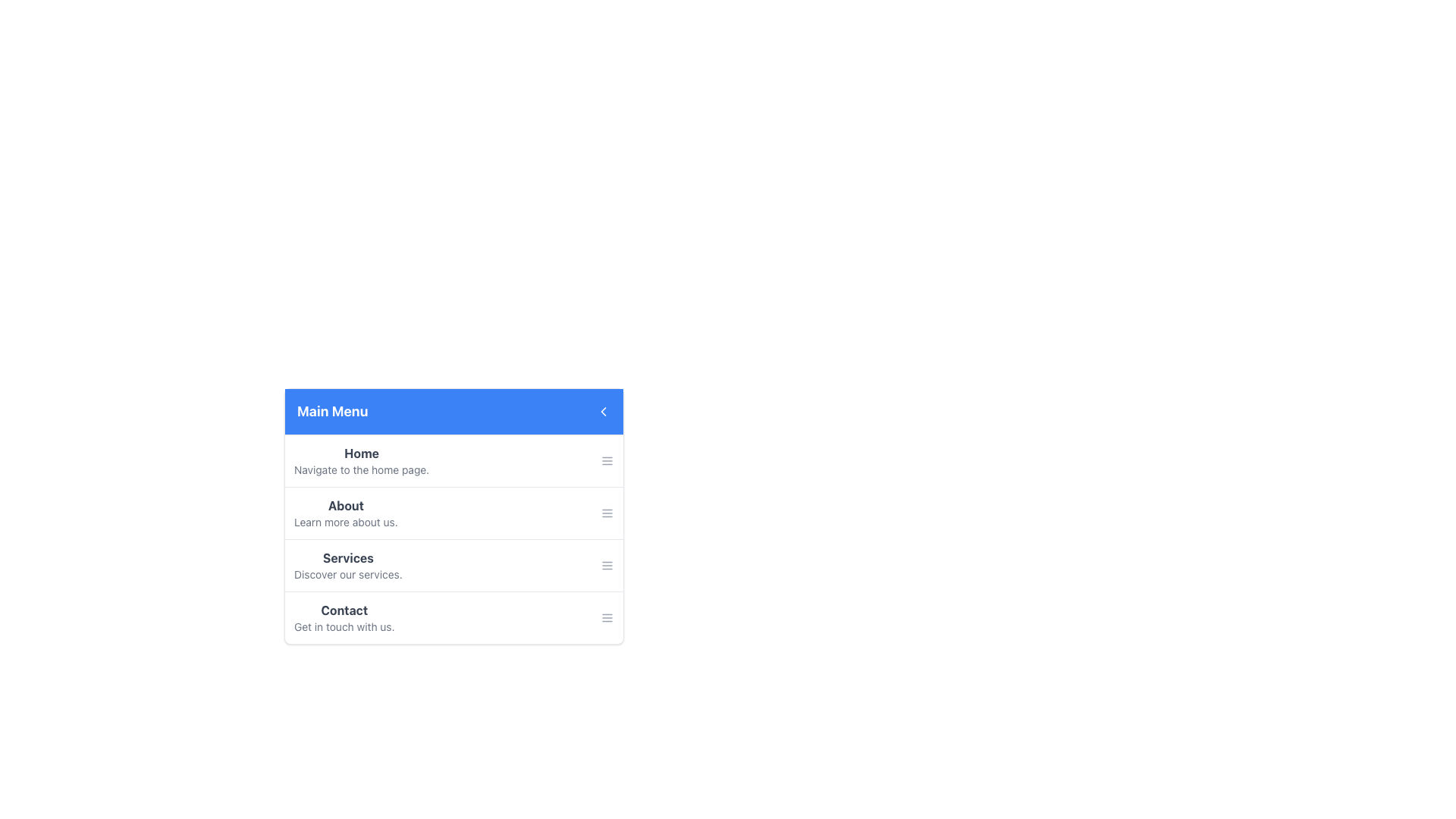 Image resolution: width=1456 pixels, height=819 pixels. What do you see at coordinates (607, 565) in the screenshot?
I see `the interactive icon located to the right of the 'Services' text in the menu list` at bounding box center [607, 565].